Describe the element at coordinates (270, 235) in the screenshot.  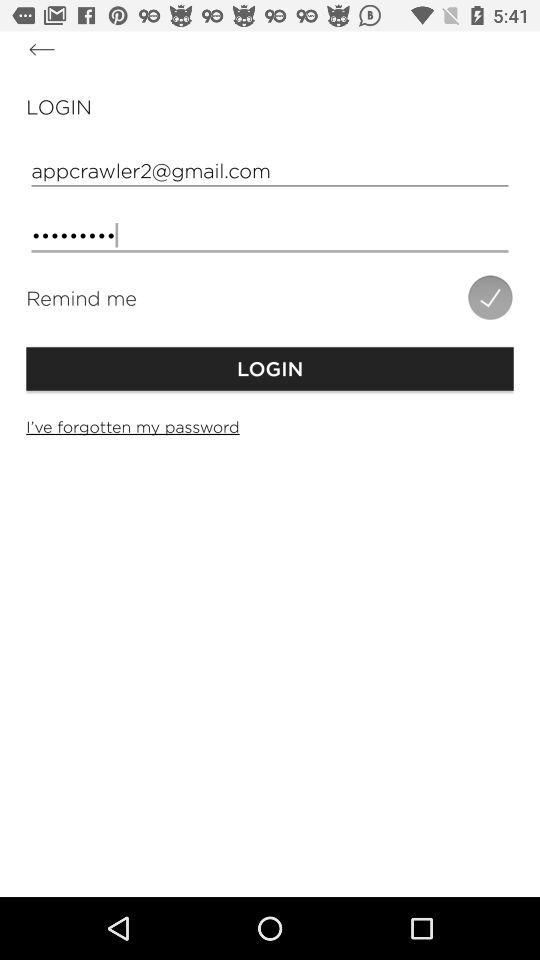
I see `item below the appcrawler2@gmail.com` at that location.